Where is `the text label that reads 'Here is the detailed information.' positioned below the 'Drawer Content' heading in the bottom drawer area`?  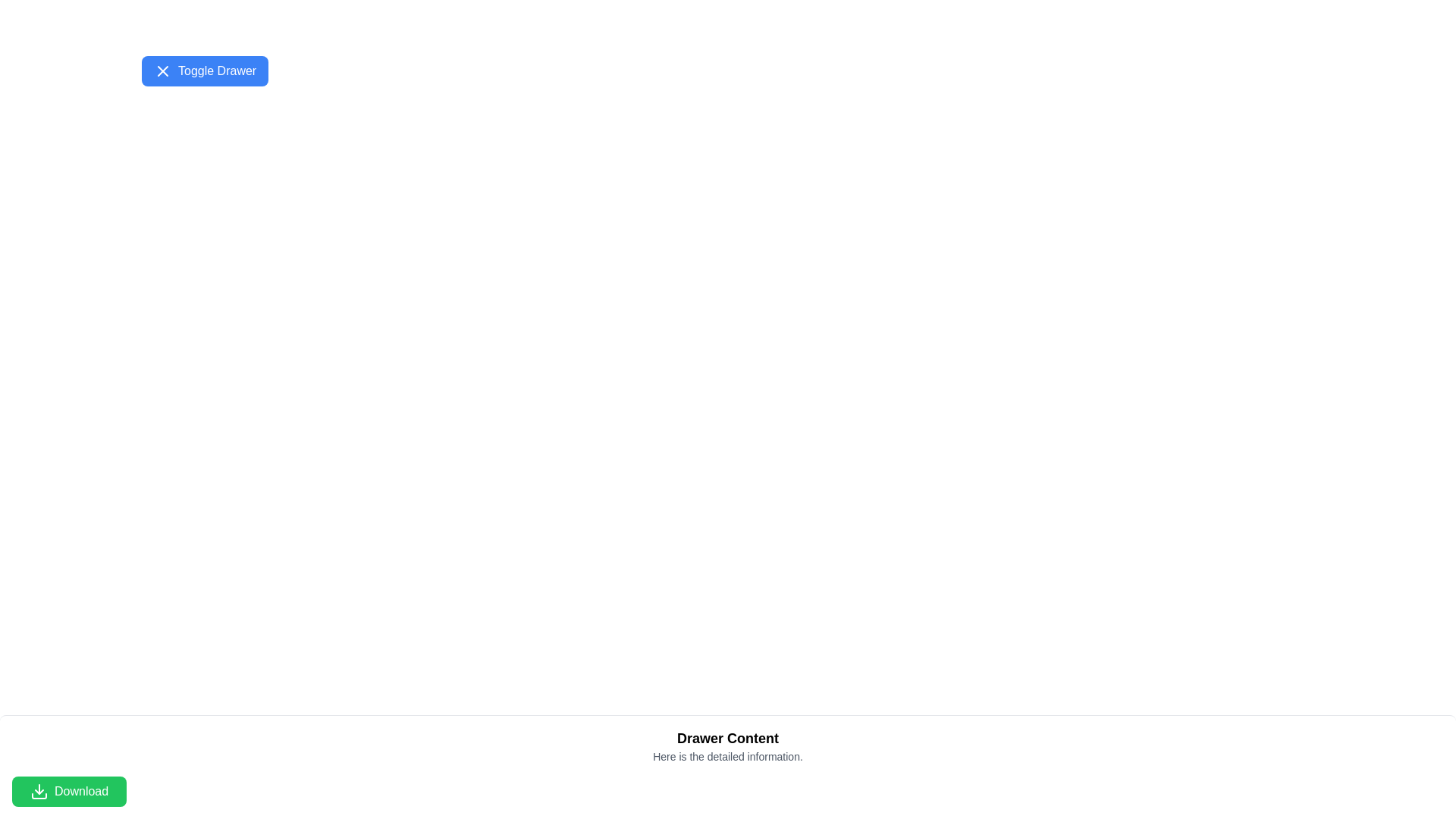
the text label that reads 'Here is the detailed information.' positioned below the 'Drawer Content' heading in the bottom drawer area is located at coordinates (728, 757).